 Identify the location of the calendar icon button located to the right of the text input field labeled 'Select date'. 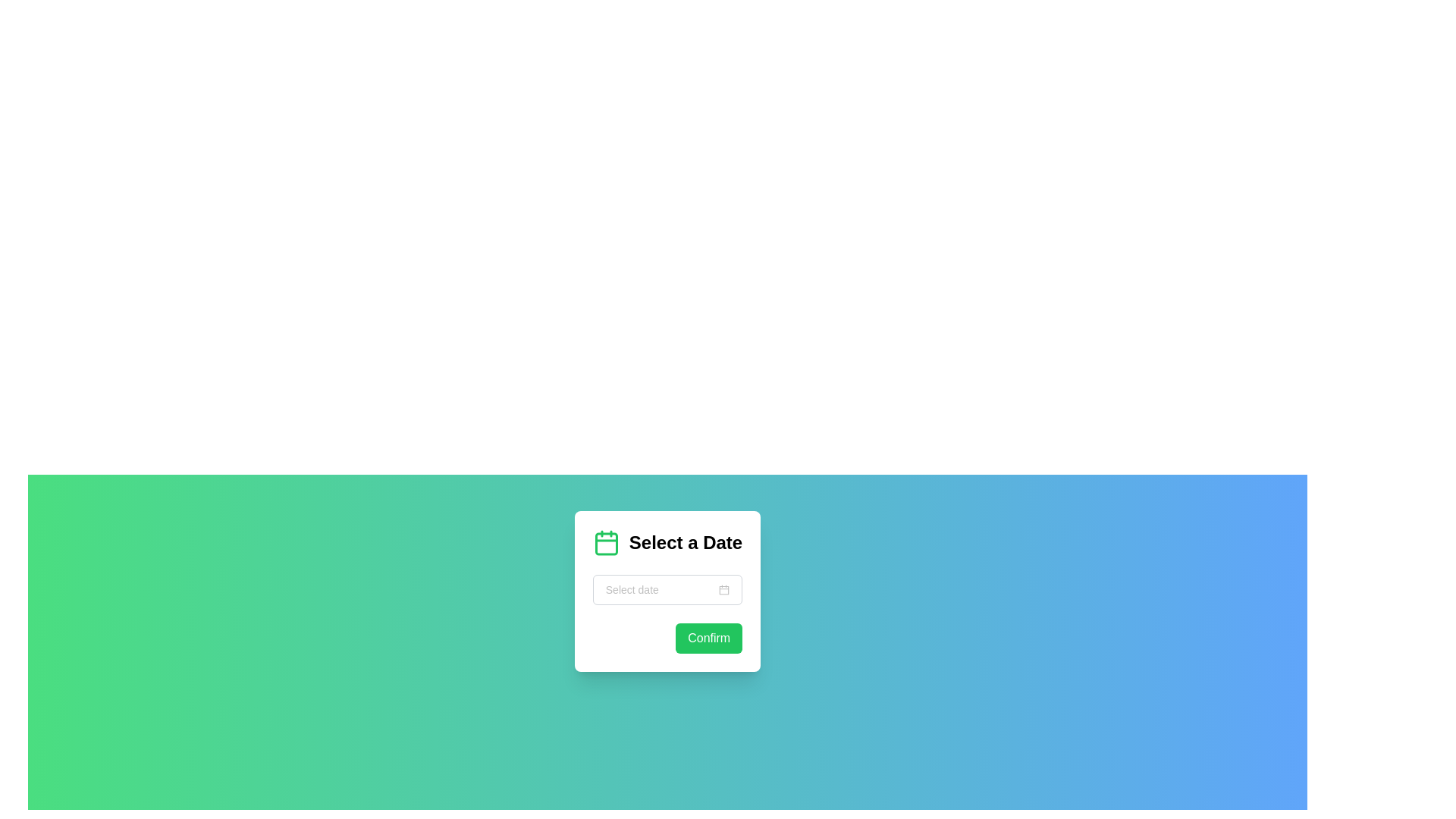
(723, 589).